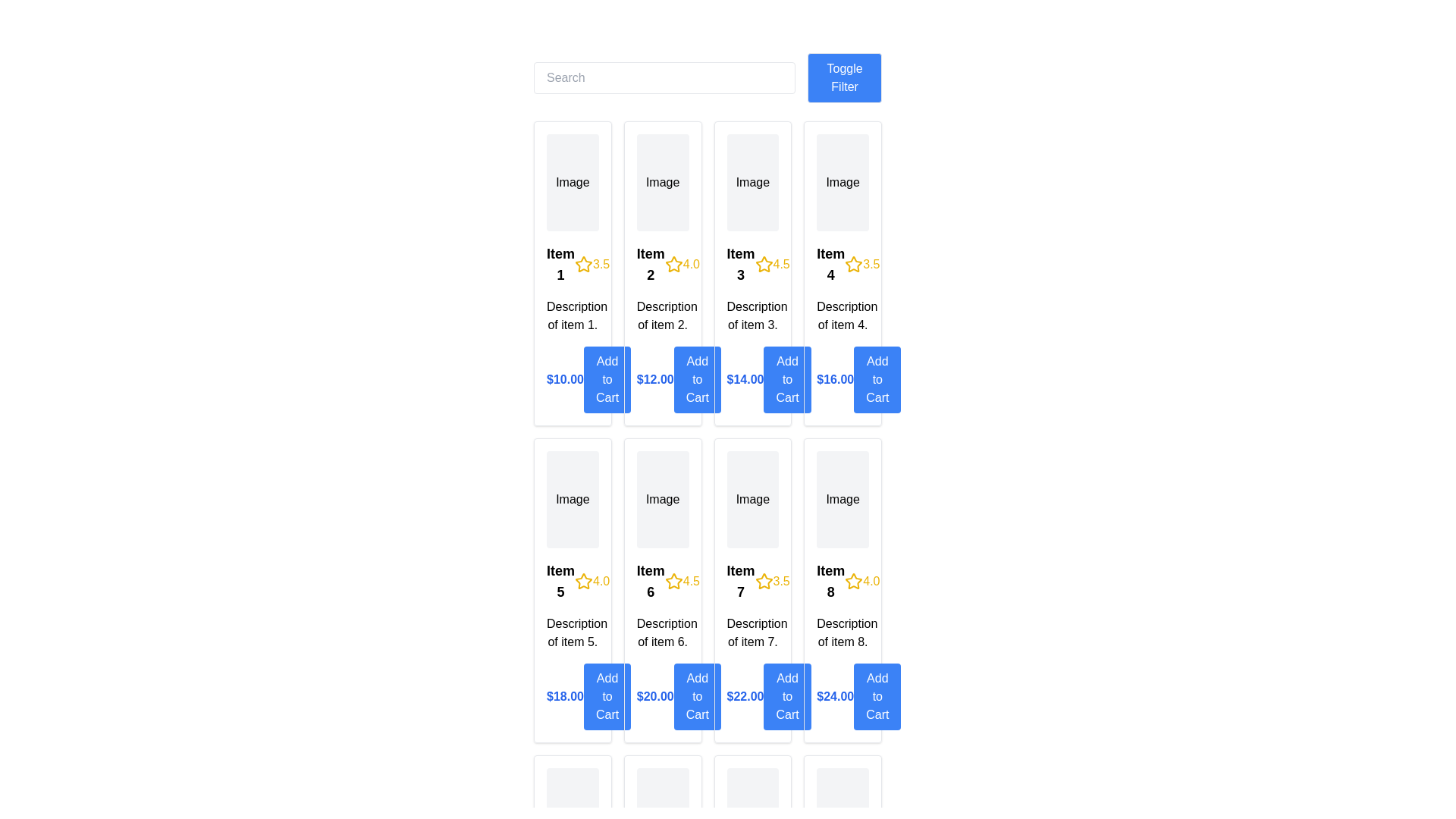  What do you see at coordinates (842, 632) in the screenshot?
I see `the text label providing details about 'Item 8', which is positioned below the item's title and rating, and above the price and 'Add to Cart' button` at bounding box center [842, 632].